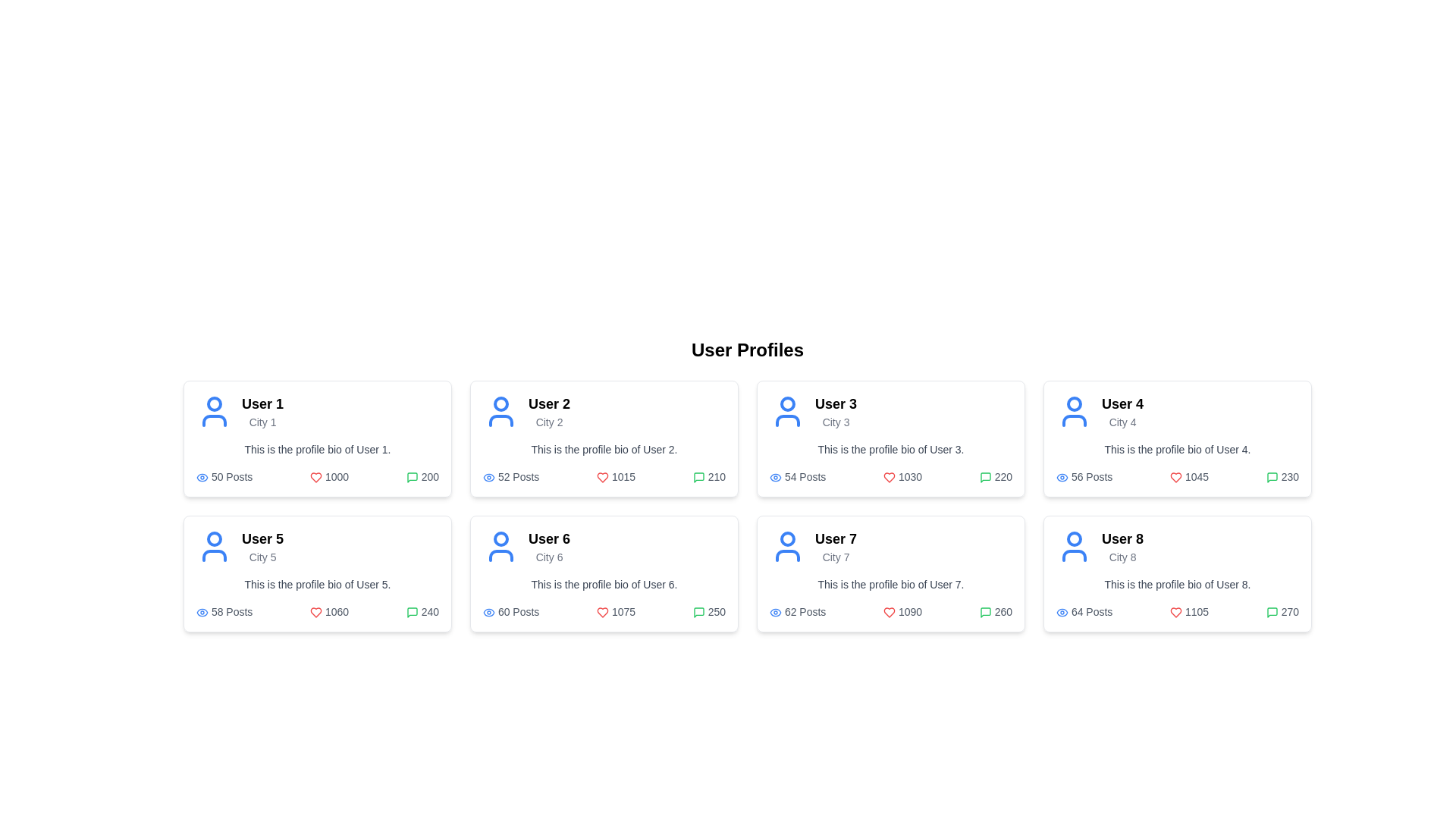 The image size is (1456, 819). Describe the element at coordinates (1272, 478) in the screenshot. I see `the green SVG message icon located in the profile card for 'User 4', which indicates communication and is positioned next to the count label '230'` at that location.